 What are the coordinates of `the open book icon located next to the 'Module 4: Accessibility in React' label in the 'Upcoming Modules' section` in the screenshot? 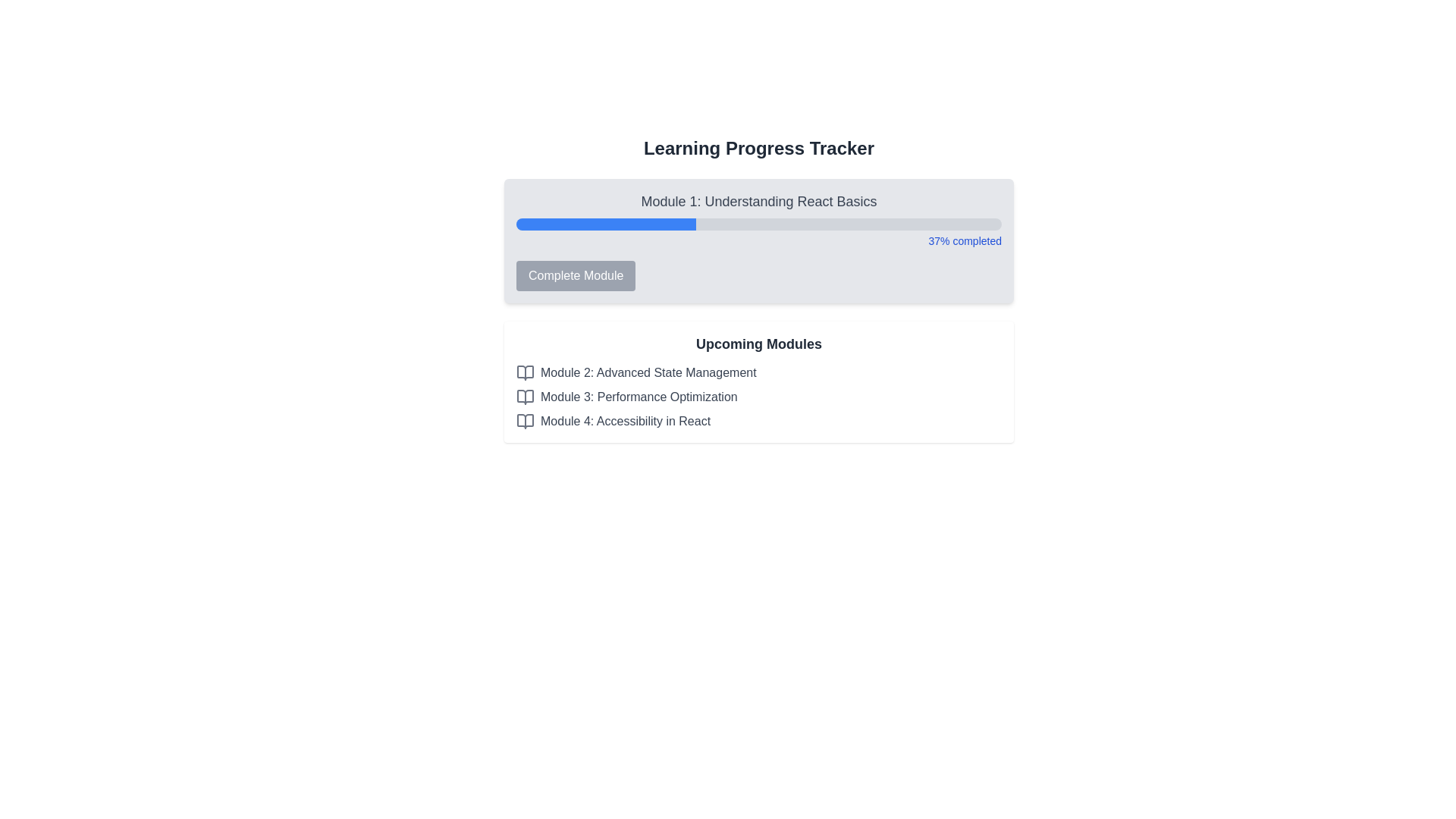 It's located at (525, 421).